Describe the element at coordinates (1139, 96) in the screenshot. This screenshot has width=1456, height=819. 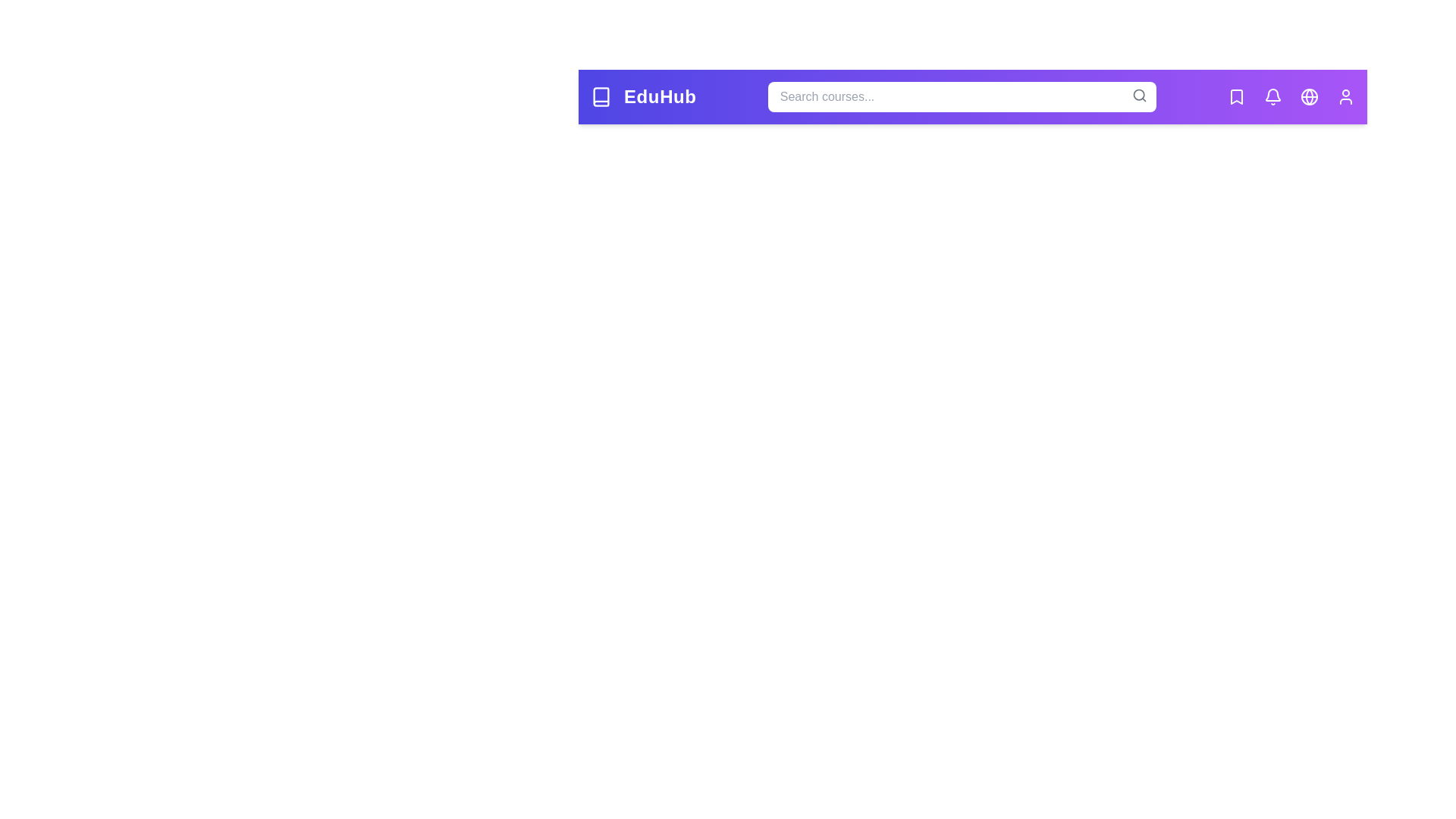
I see `the search icon to initiate a search` at that location.